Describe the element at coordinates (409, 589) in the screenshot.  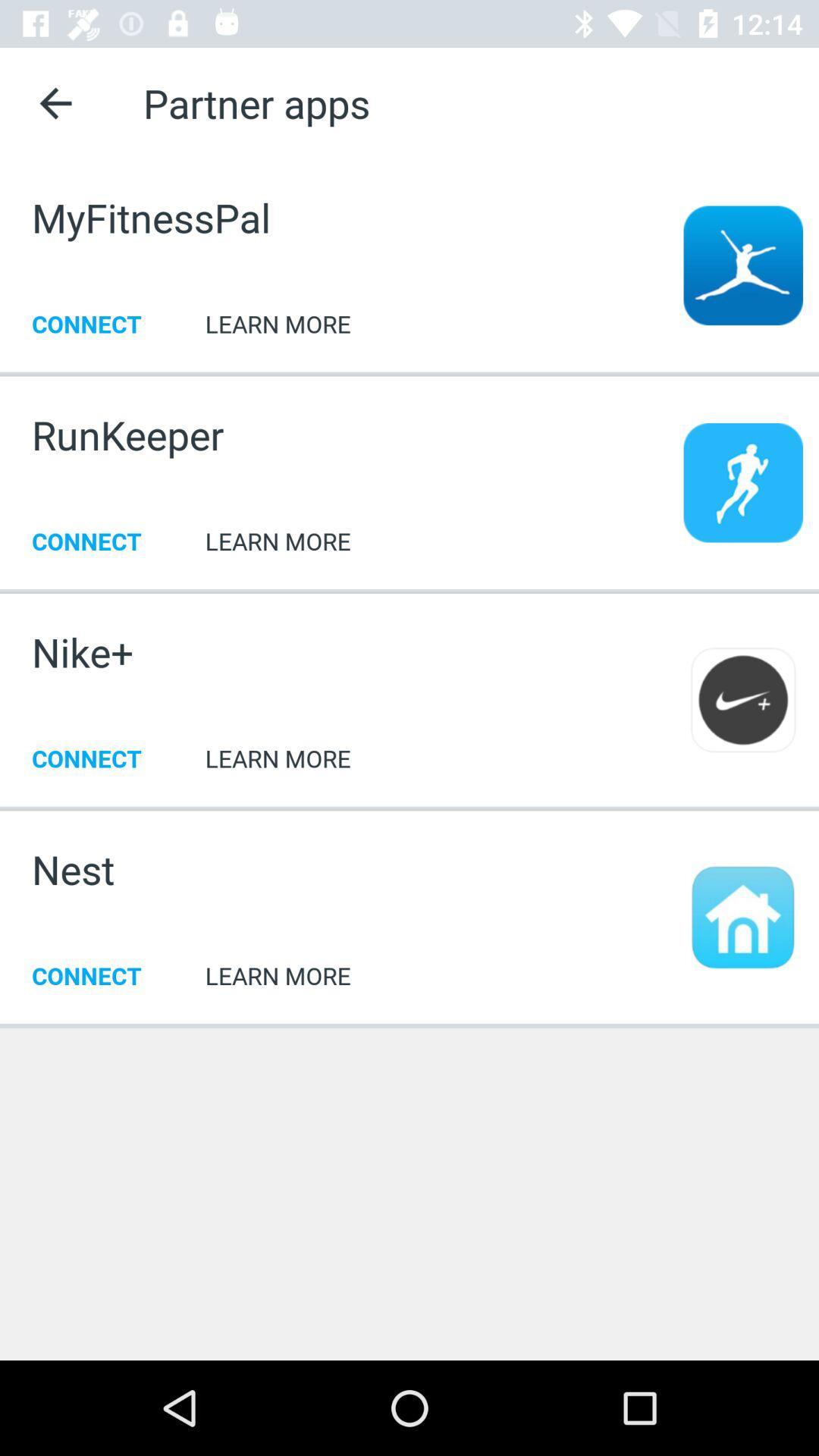
I see `the item below connect` at that location.